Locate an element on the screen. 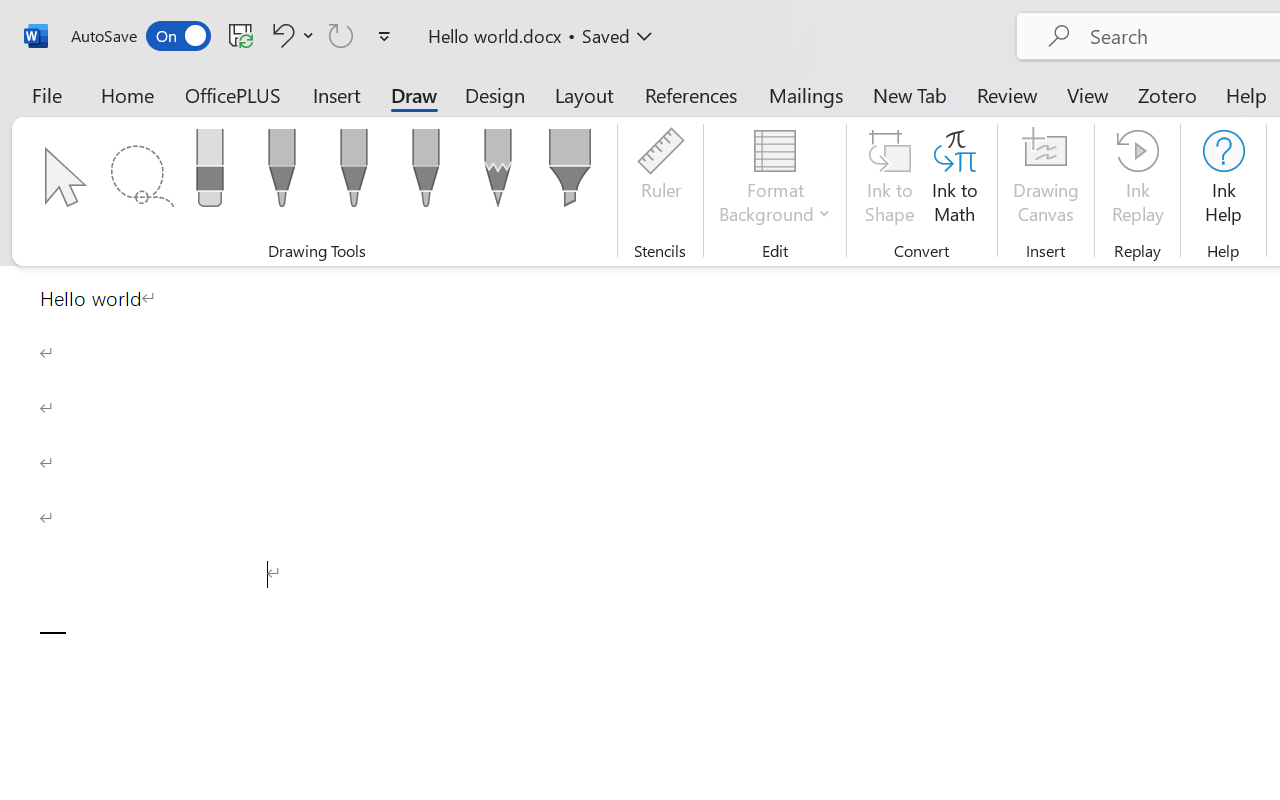 Image resolution: width=1280 pixels, height=800 pixels. 'Drawing Canvas' is located at coordinates (1045, 179).